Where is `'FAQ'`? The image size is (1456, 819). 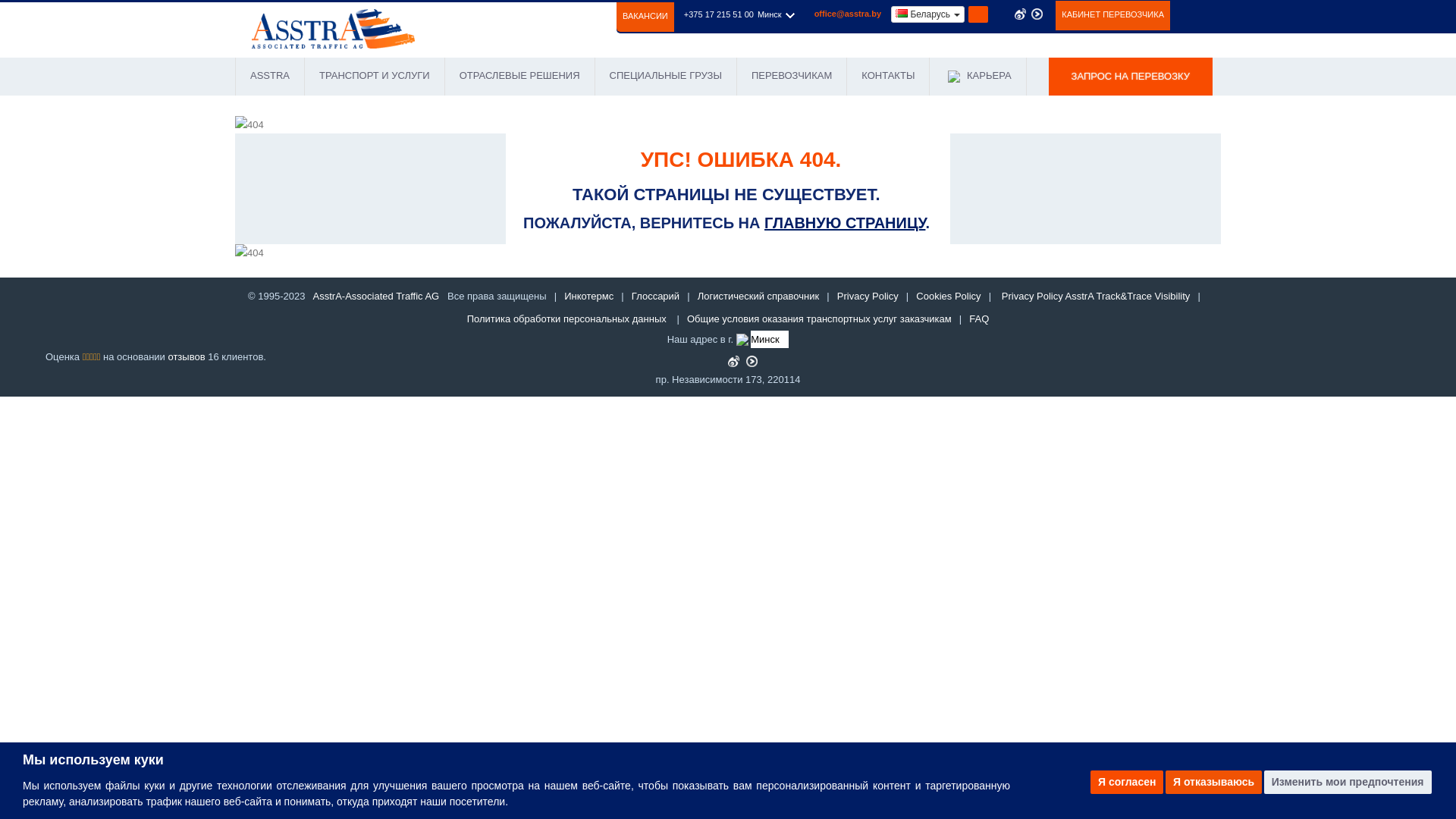
'FAQ' is located at coordinates (979, 318).